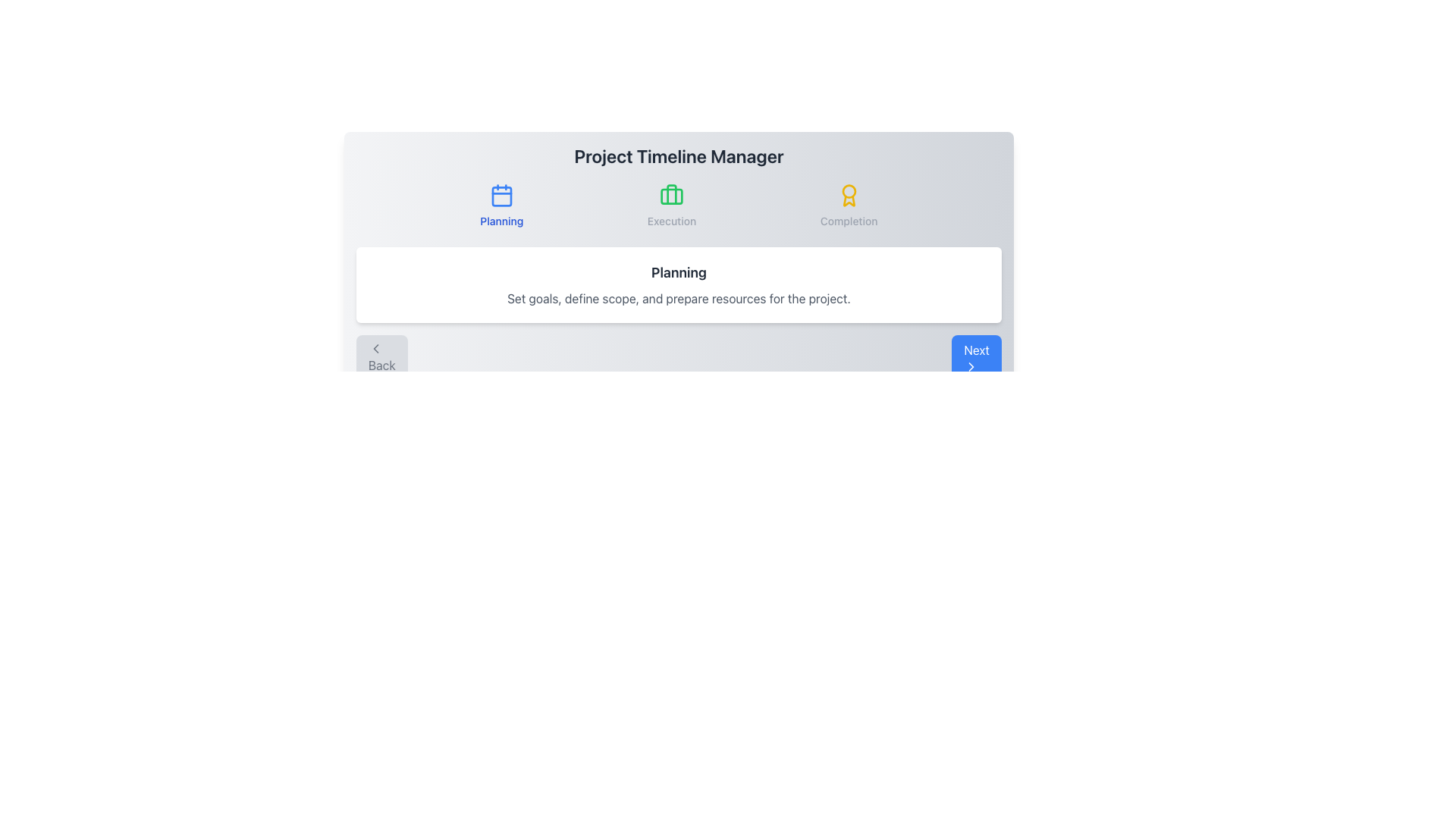 This screenshot has height=819, width=1456. Describe the element at coordinates (977, 357) in the screenshot. I see `the 'Next' button with a blue background and white text, which features rounded corners and a white arrow icon, to trigger the hover effect` at that location.